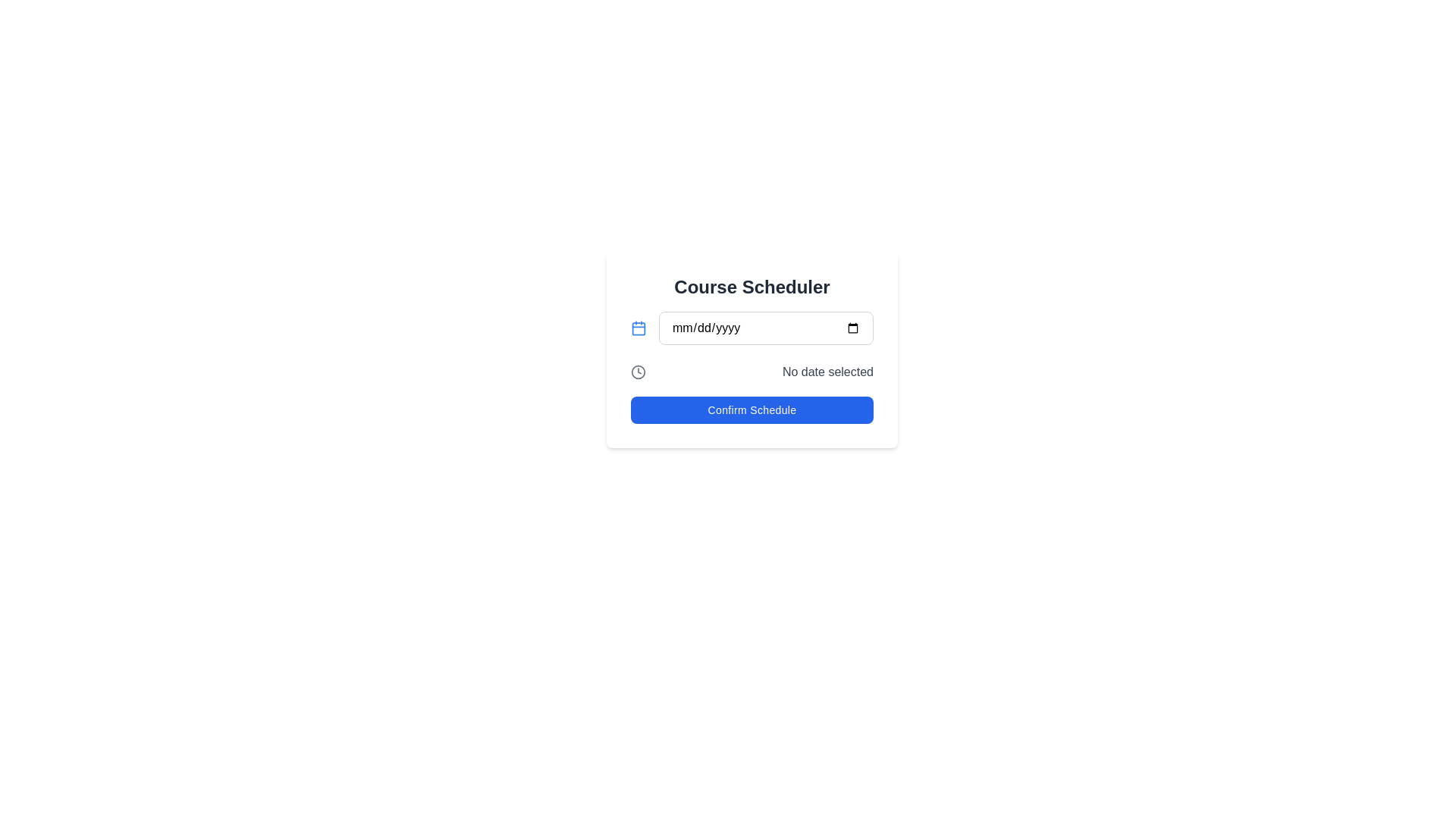 Image resolution: width=1456 pixels, height=819 pixels. What do you see at coordinates (638, 372) in the screenshot?
I see `the gray circular icon within the clock icon, located below the input field labeled 'mm/dd/yyyy'` at bounding box center [638, 372].